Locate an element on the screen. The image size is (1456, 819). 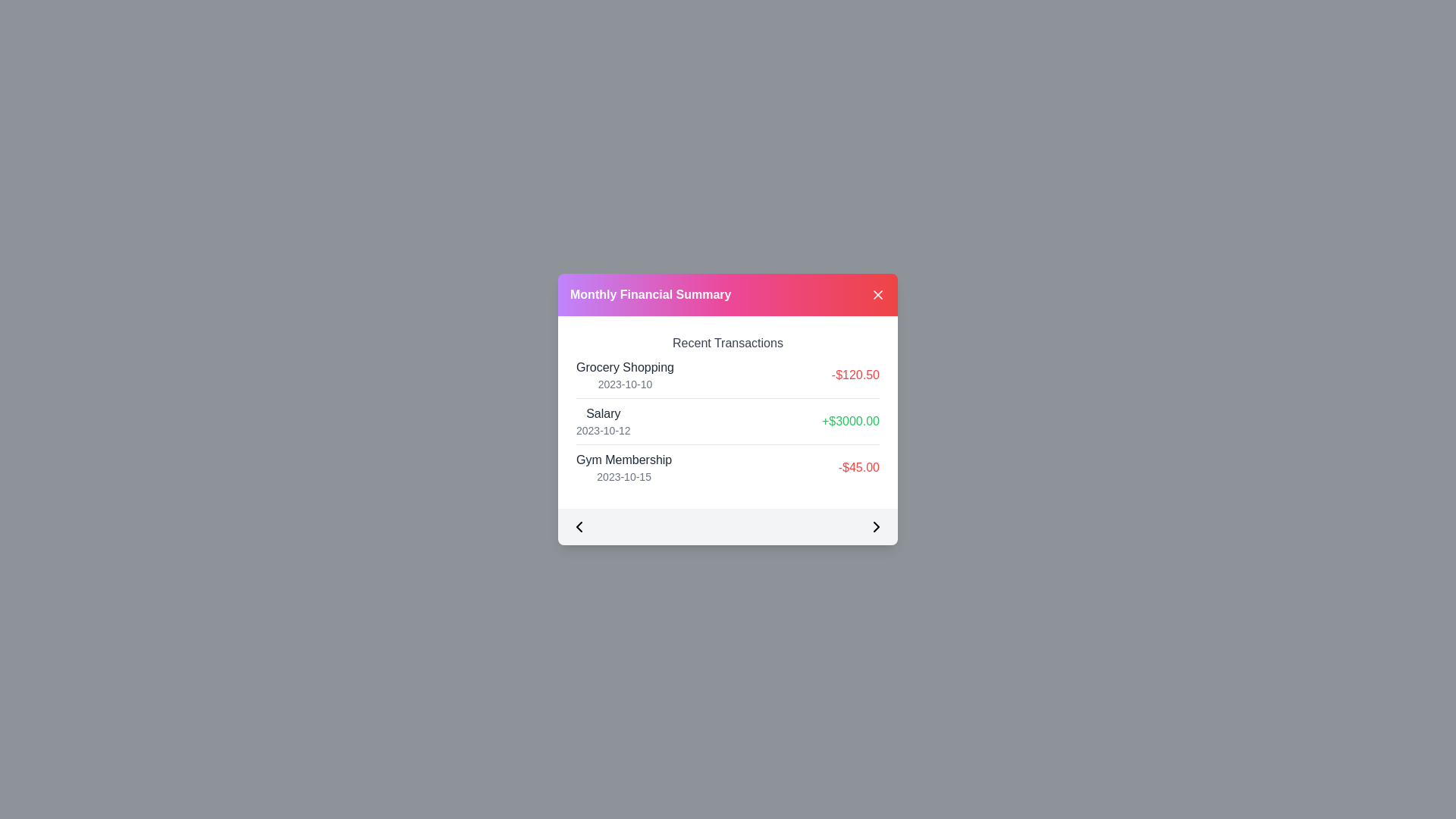
right arrow button to navigate to the next page is located at coordinates (877, 526).